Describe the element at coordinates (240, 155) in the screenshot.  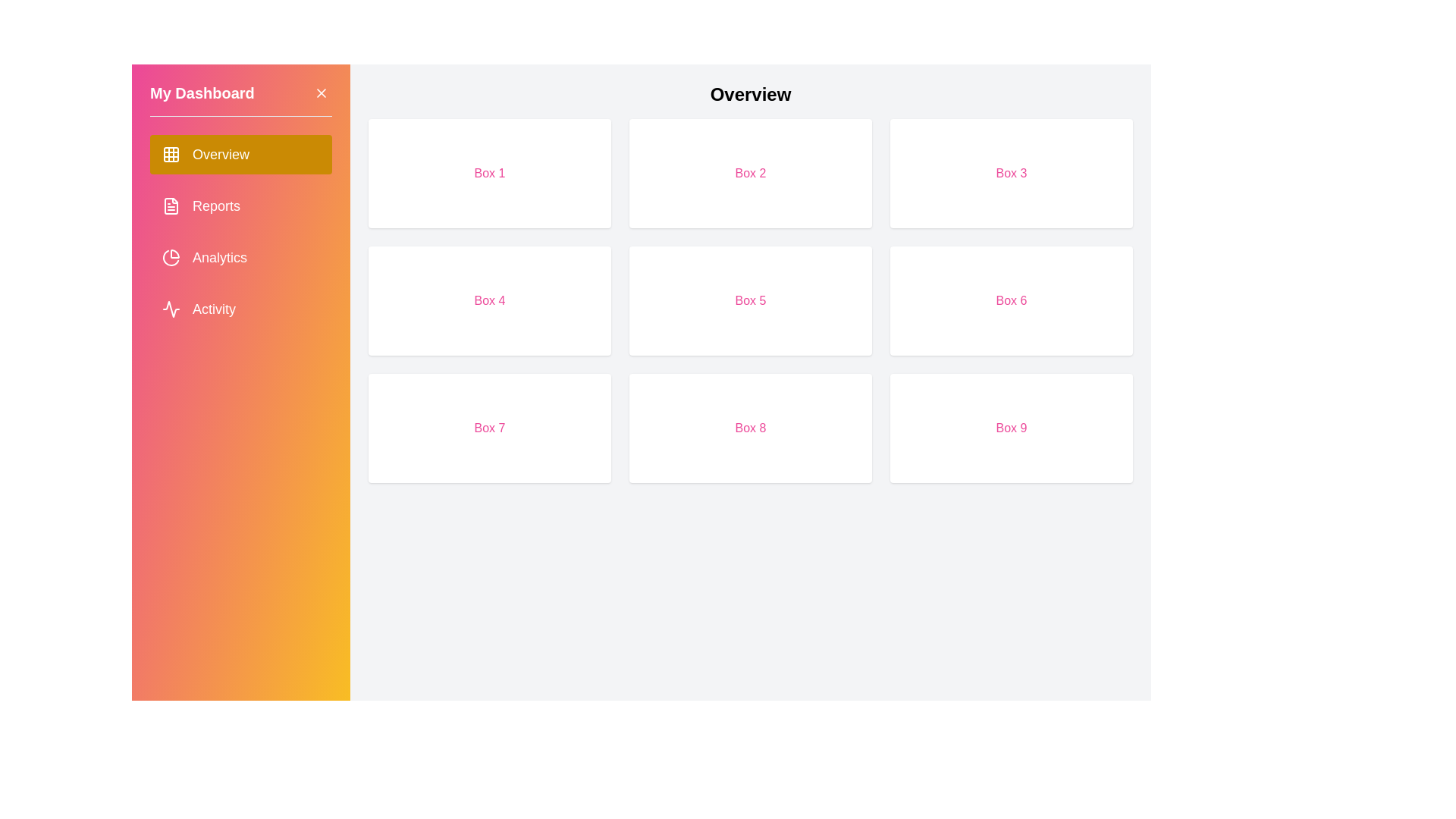
I see `the sidebar option corresponding to Overview to navigate to that section` at that location.